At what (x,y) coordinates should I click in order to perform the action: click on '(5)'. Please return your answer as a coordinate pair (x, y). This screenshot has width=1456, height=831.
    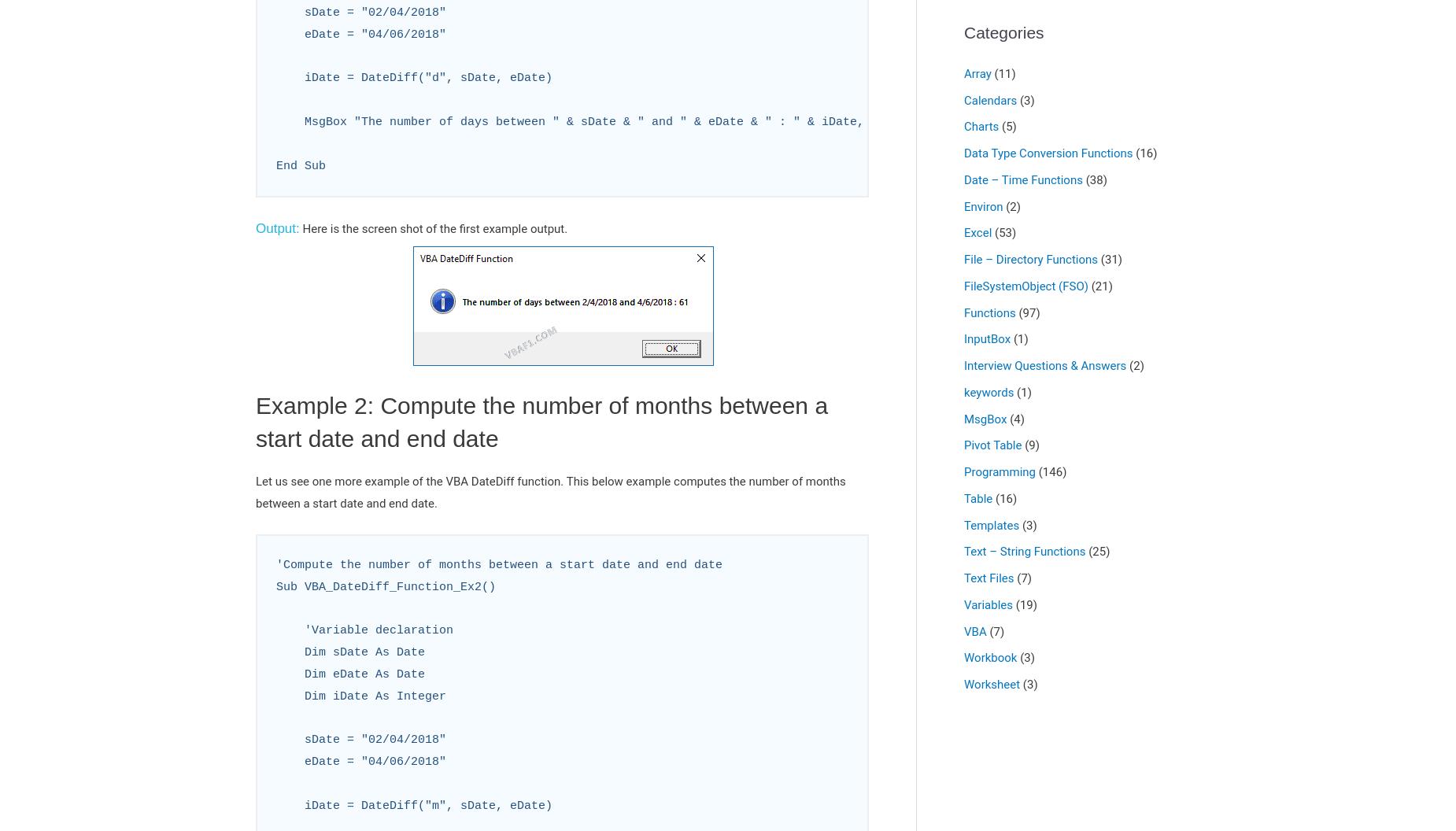
    Looking at the image, I should click on (997, 127).